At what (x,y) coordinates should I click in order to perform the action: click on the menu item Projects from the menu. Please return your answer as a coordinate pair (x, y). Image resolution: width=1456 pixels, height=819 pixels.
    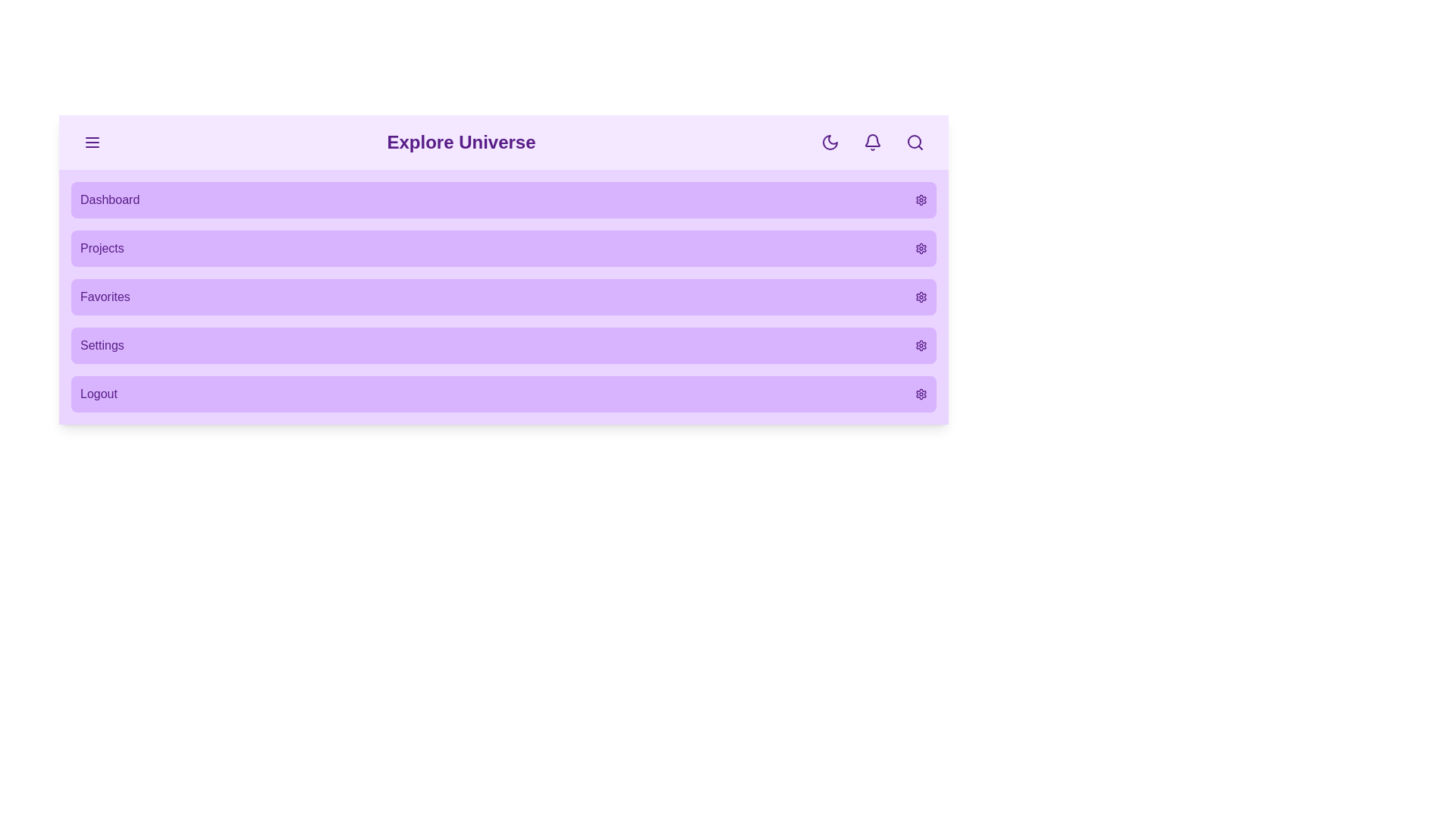
    Looking at the image, I should click on (504, 247).